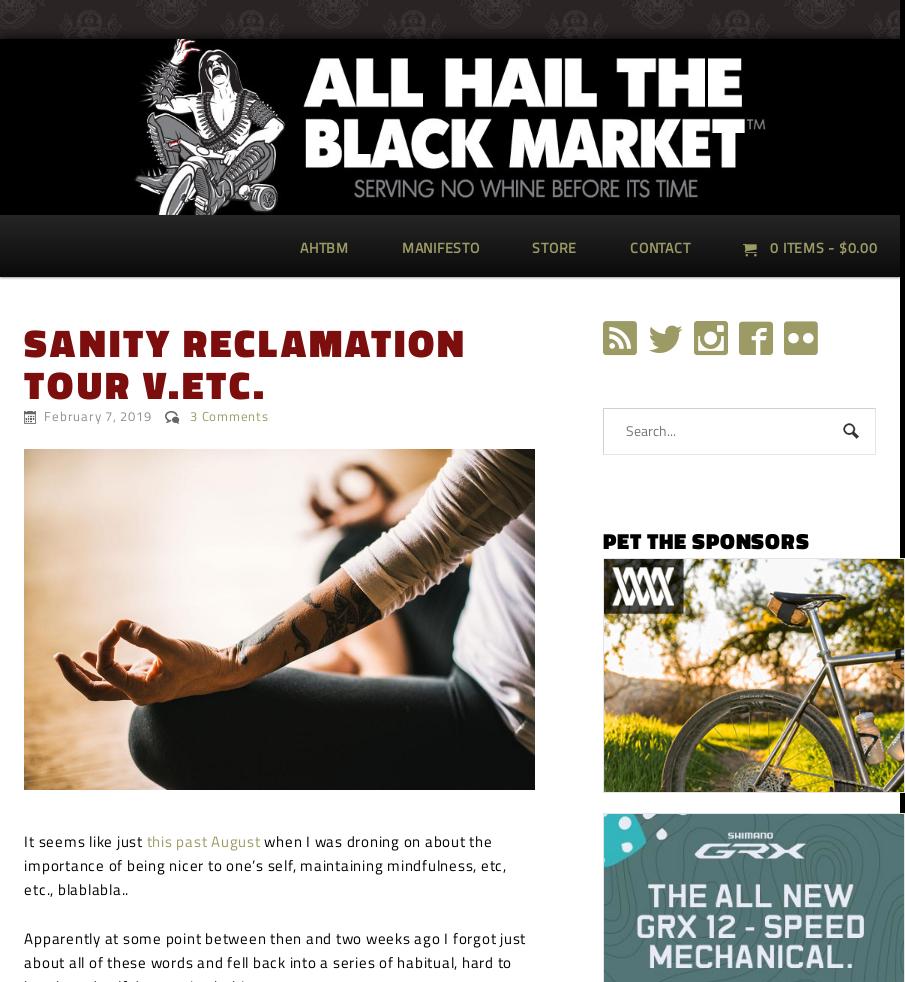  Describe the element at coordinates (97, 416) in the screenshot. I see `'February 7, 2019'` at that location.